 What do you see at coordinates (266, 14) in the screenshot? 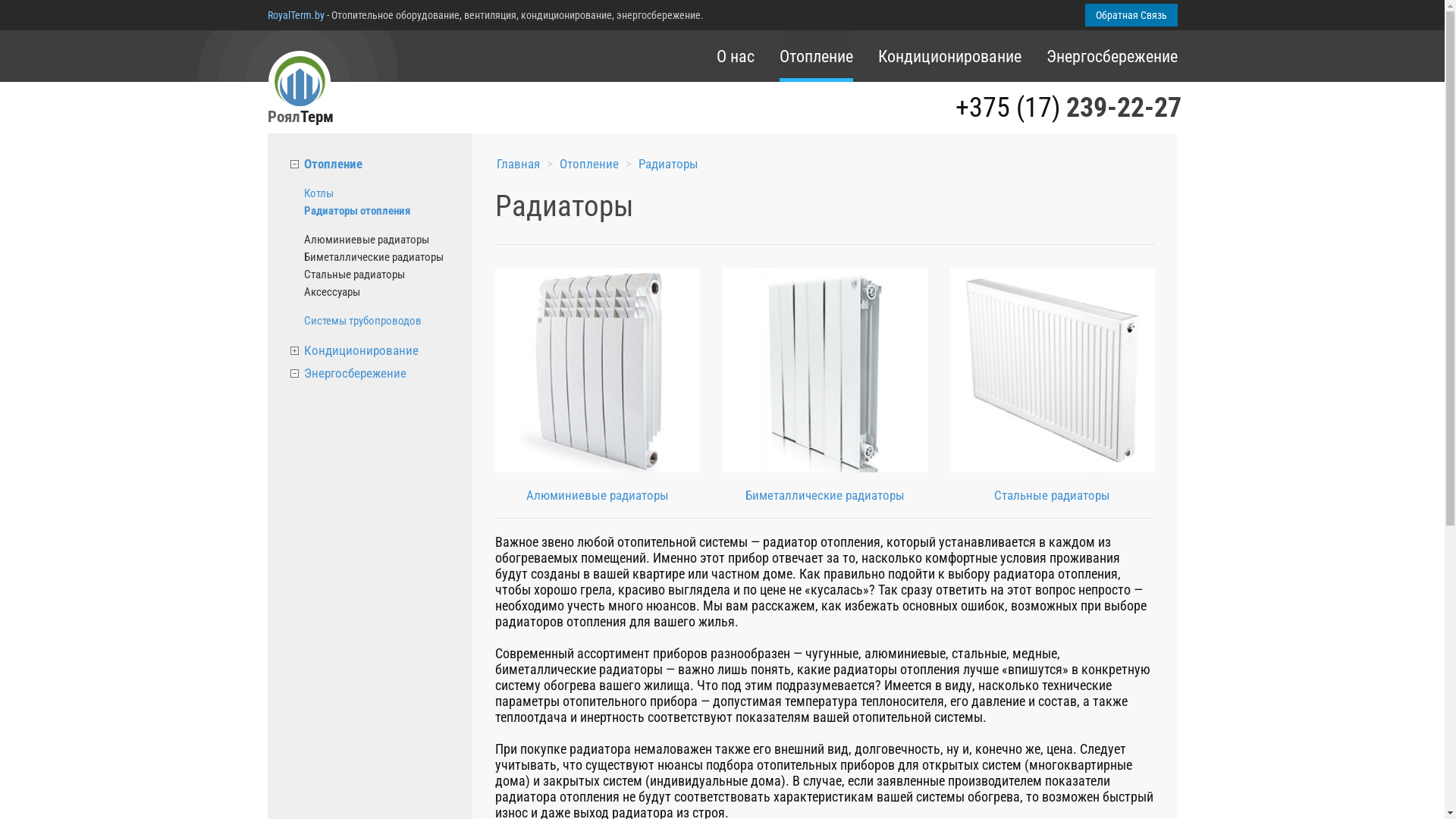
I see `'RoyalTerm.by'` at bounding box center [266, 14].